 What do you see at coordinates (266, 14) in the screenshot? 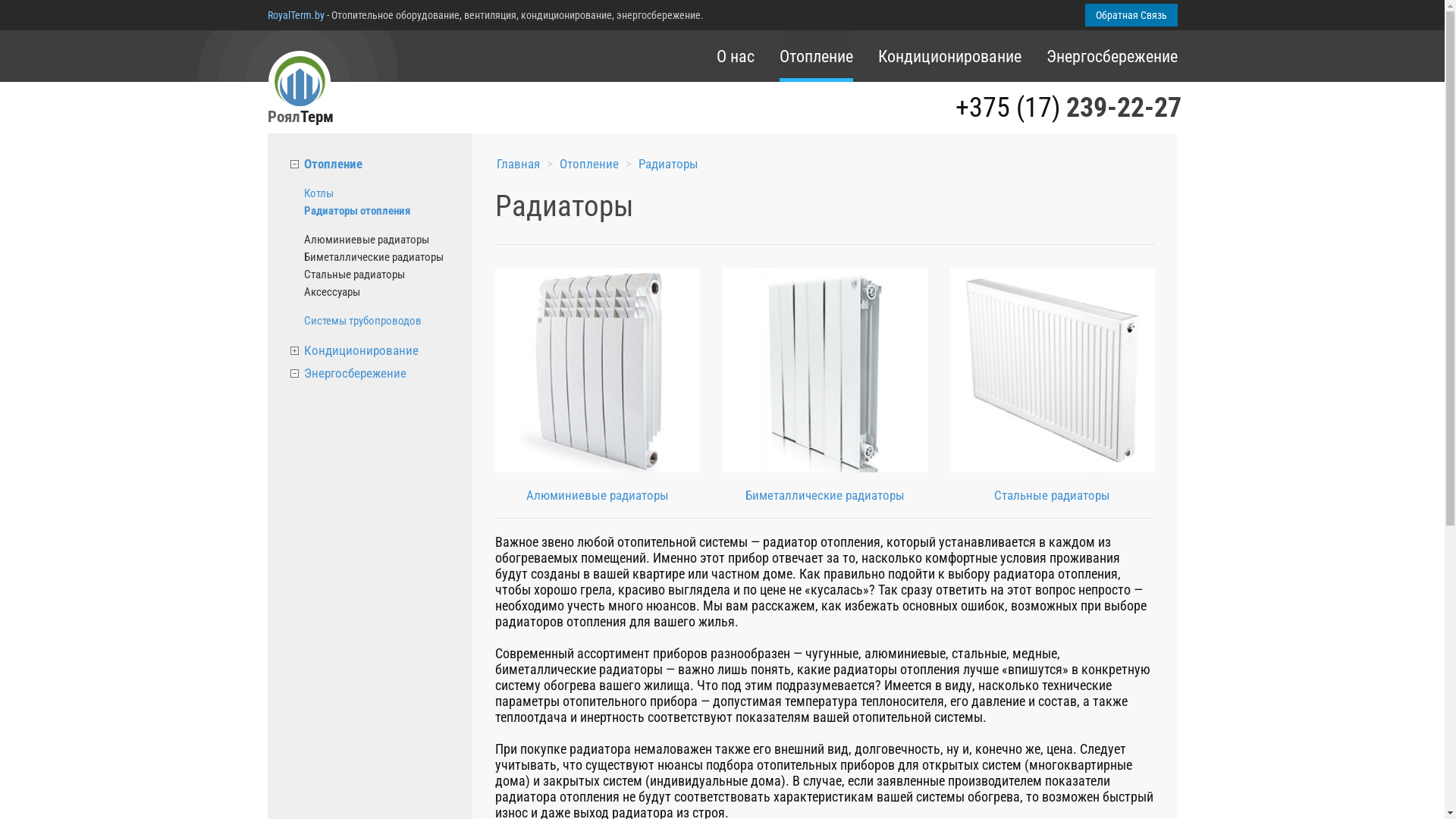
I see `'RoyalTerm.by'` at bounding box center [266, 14].